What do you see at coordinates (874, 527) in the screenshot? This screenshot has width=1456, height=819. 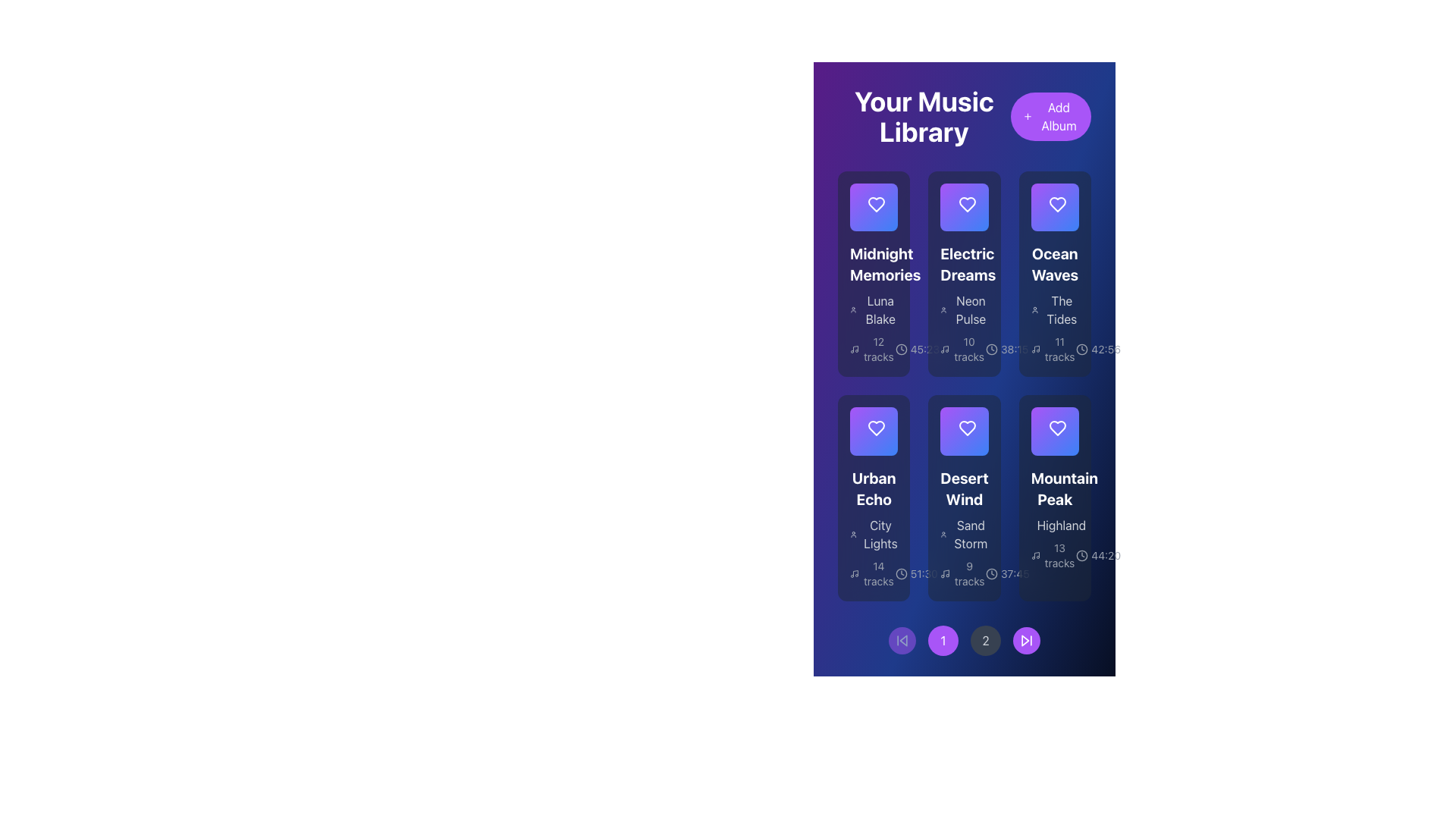 I see `the 'City Lights' text label, which is styled with a grey font color and located within the album card for 'Urban Echo' in the second row and first column` at bounding box center [874, 527].